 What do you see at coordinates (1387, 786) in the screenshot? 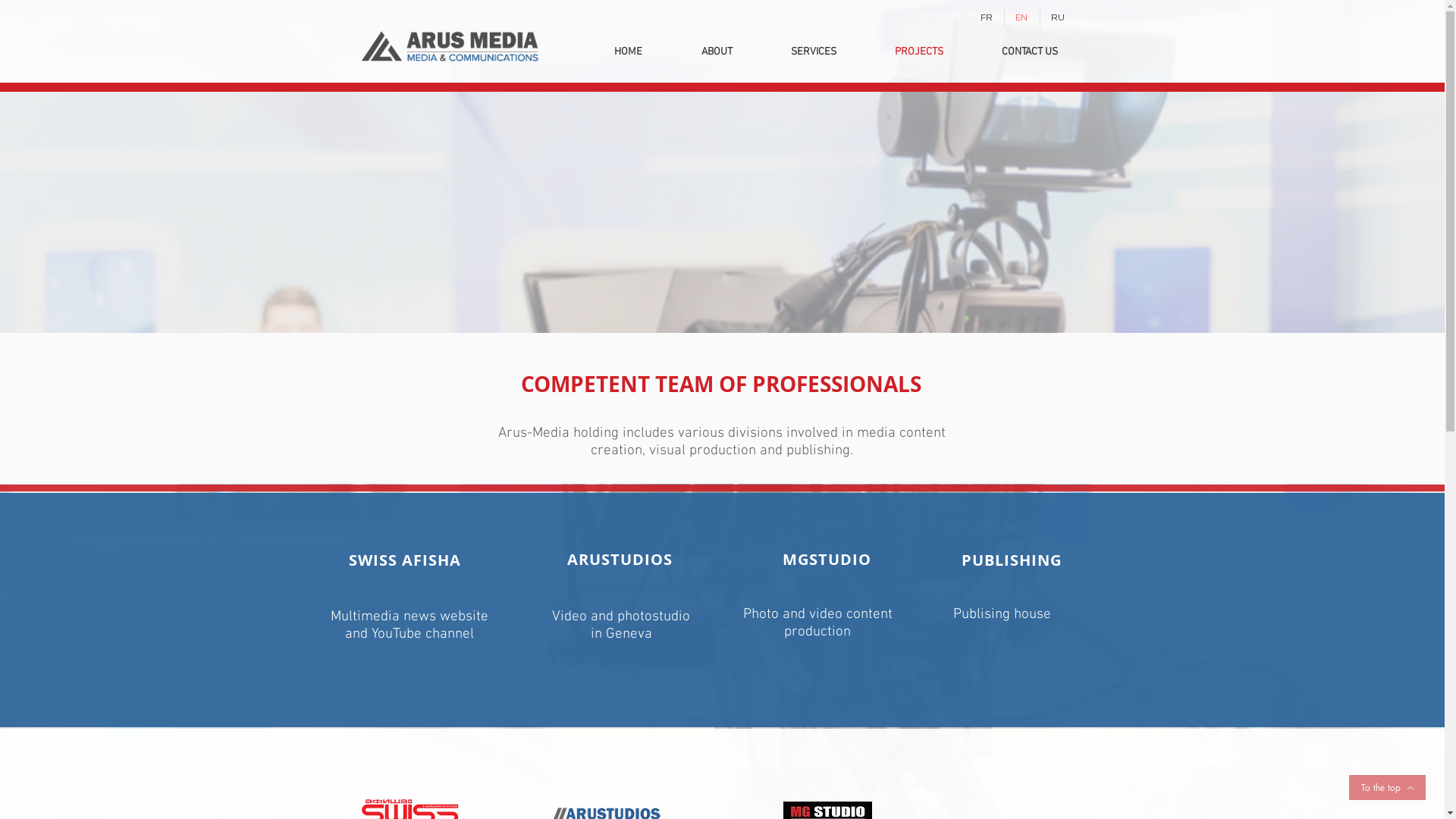
I see `'To the top'` at bounding box center [1387, 786].